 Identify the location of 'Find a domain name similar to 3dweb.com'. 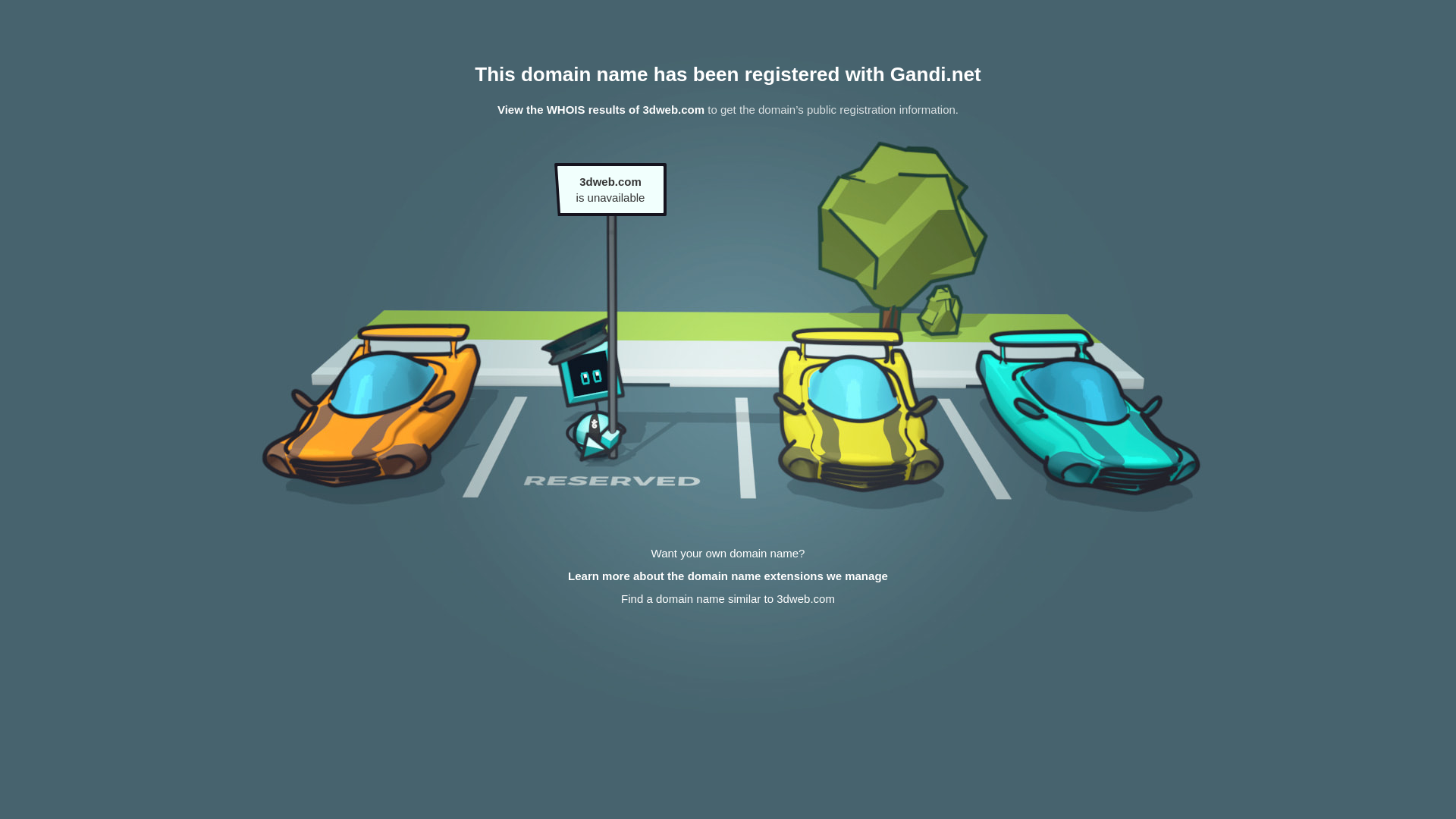
(728, 598).